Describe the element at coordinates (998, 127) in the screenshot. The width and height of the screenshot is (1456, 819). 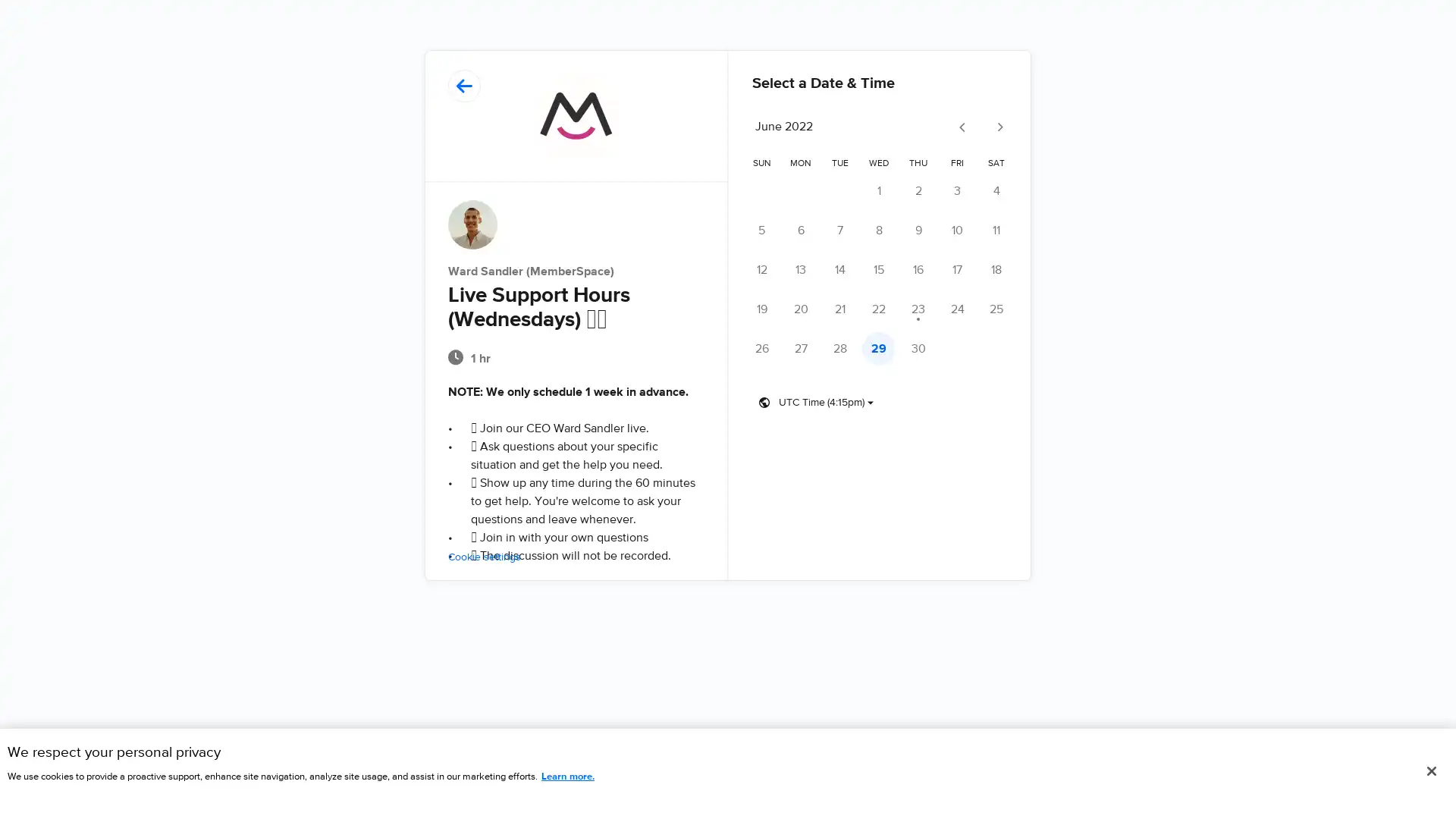
I see `Go to next month` at that location.